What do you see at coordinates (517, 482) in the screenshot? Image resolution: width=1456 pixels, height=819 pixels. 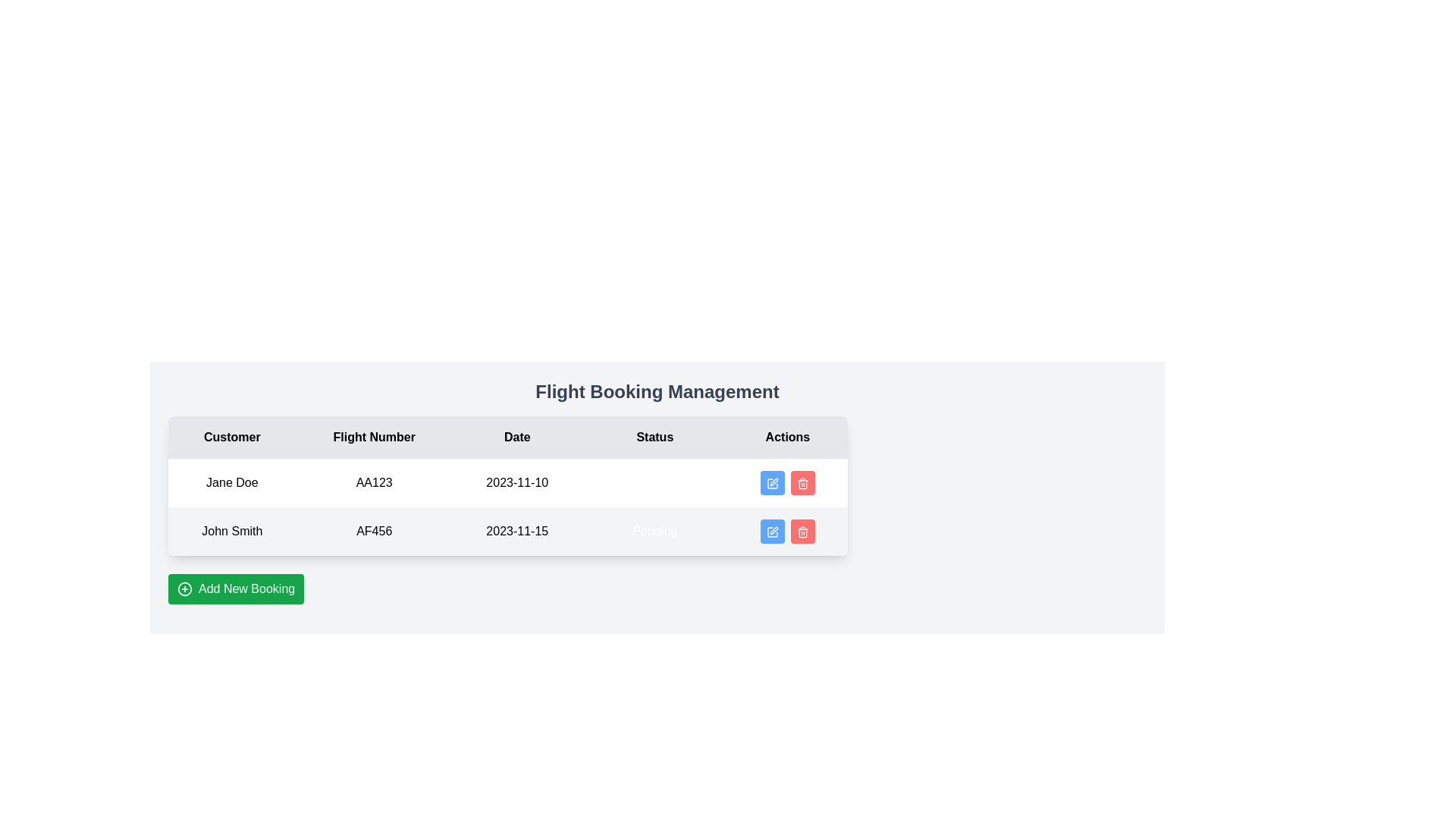 I see `the table cell displaying the date '2023-11-10' in the third column of the flight booking table for Jane Doe` at bounding box center [517, 482].